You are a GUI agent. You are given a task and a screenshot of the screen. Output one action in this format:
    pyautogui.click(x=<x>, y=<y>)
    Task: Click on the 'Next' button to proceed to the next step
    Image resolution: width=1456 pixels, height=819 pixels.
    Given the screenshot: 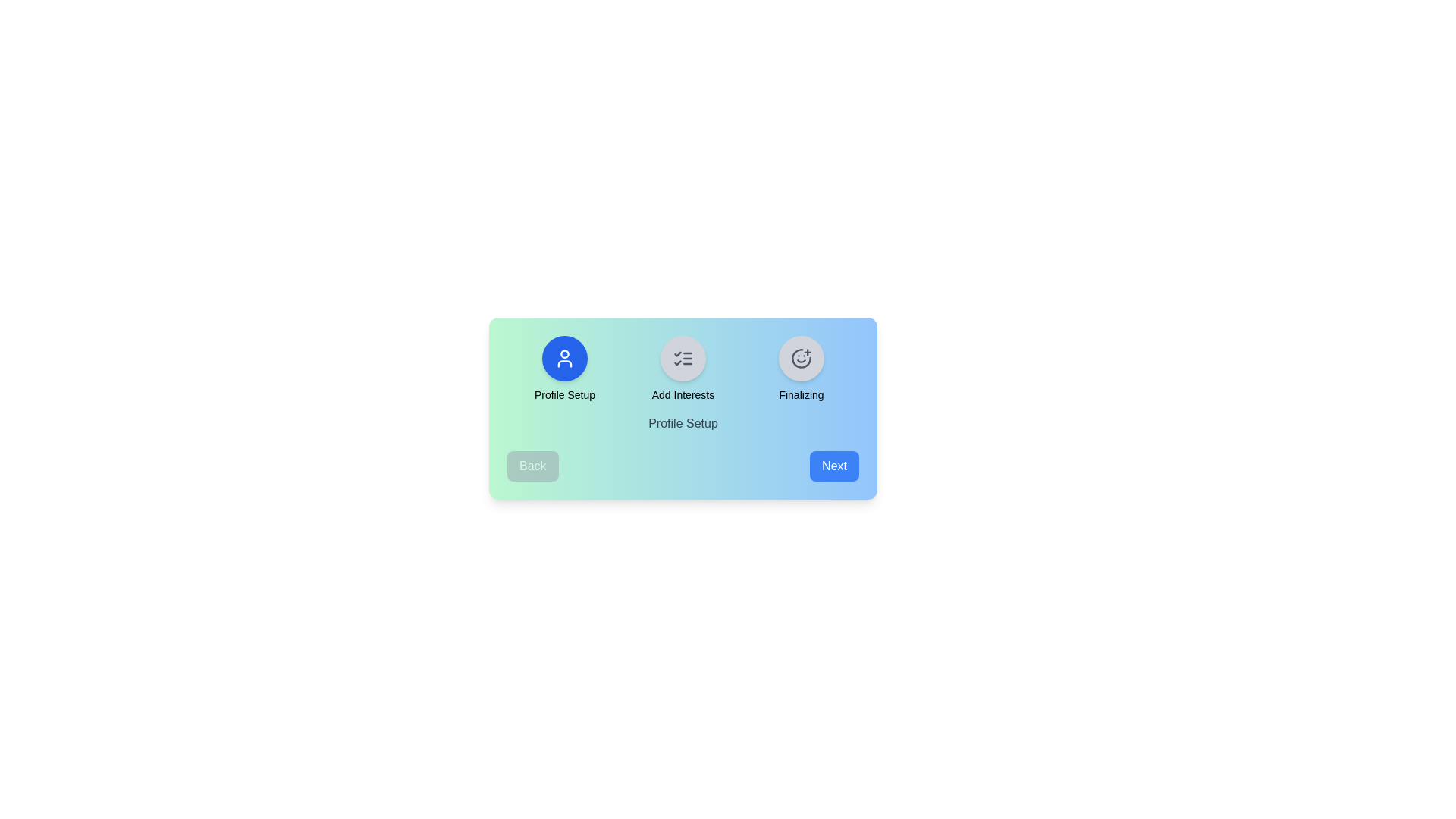 What is the action you would take?
    pyautogui.click(x=833, y=465)
    